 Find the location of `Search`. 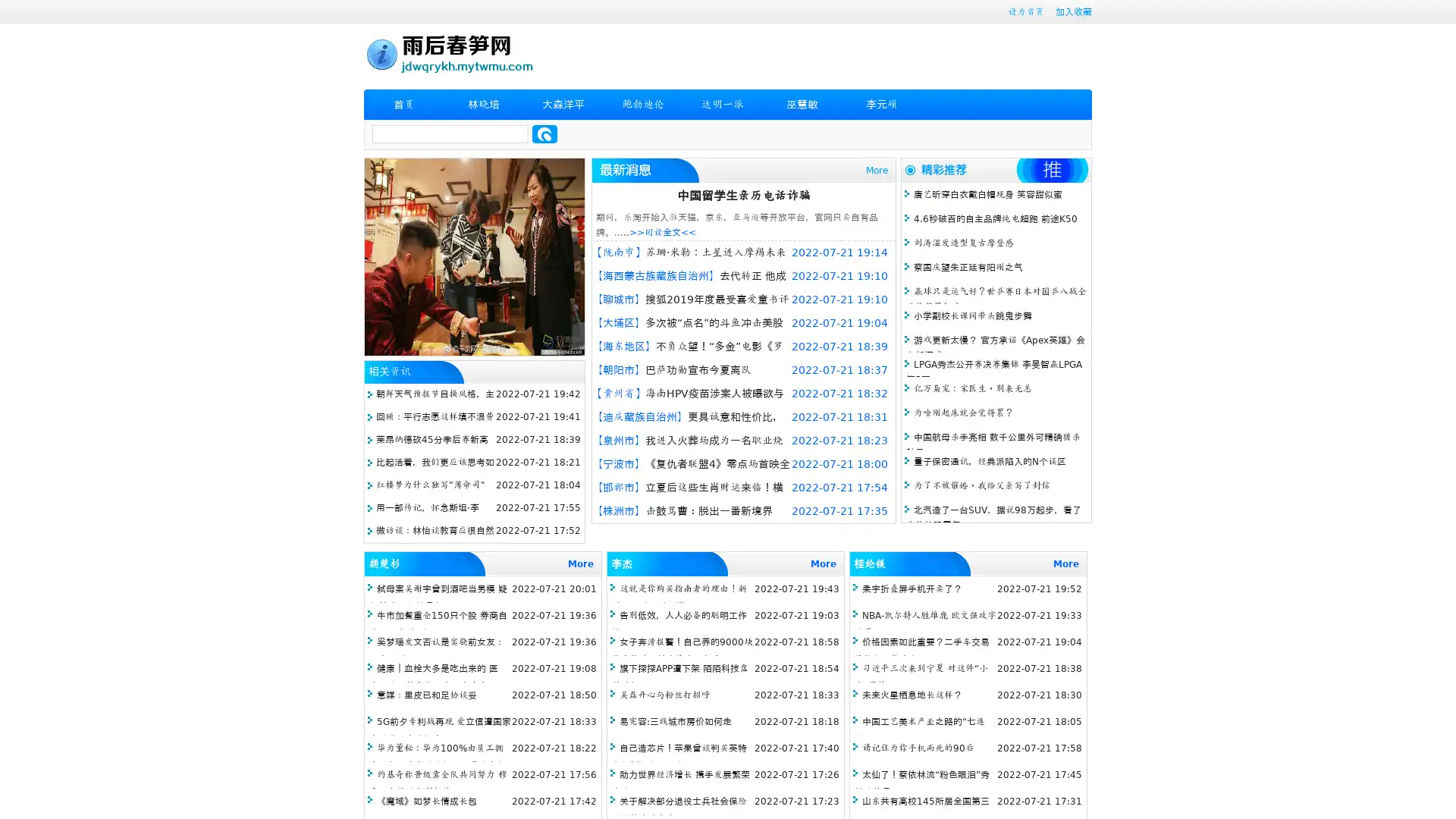

Search is located at coordinates (544, 133).